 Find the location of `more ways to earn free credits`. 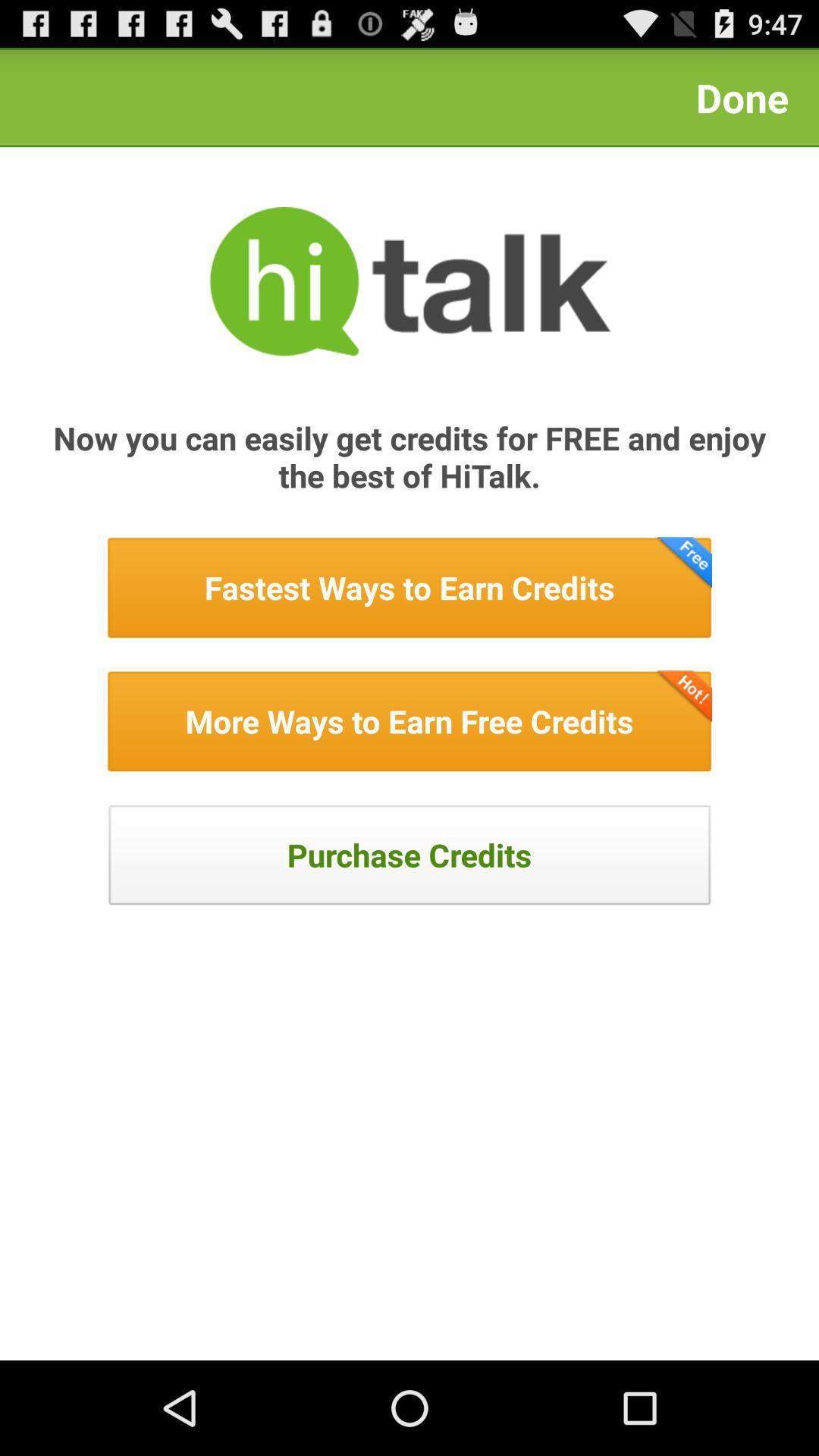

more ways to earn free credits is located at coordinates (409, 720).